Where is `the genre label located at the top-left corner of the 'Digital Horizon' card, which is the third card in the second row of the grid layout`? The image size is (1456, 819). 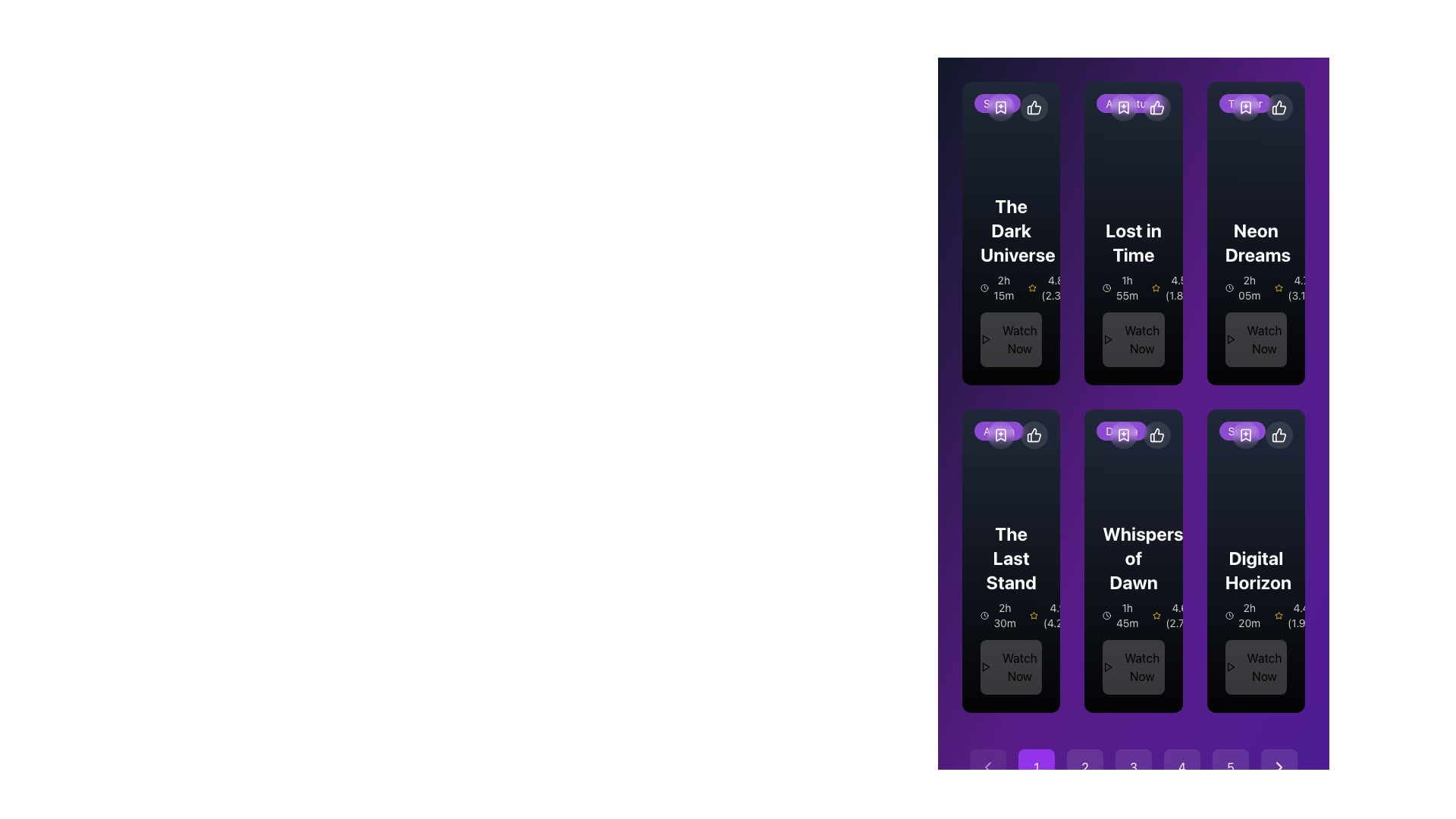
the genre label located at the top-left corner of the 'Digital Horizon' card, which is the third card in the second row of the grid layout is located at coordinates (1242, 430).